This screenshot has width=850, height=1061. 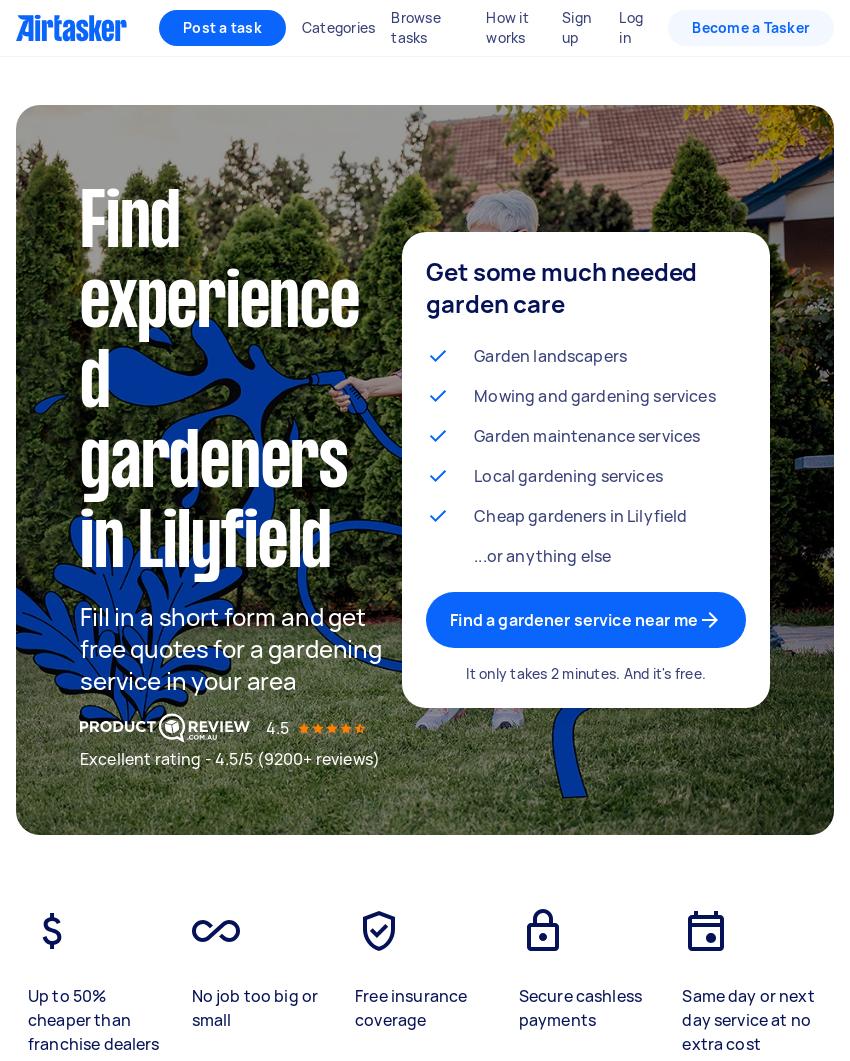 I want to click on 'Become a Tasker', so click(x=690, y=27).